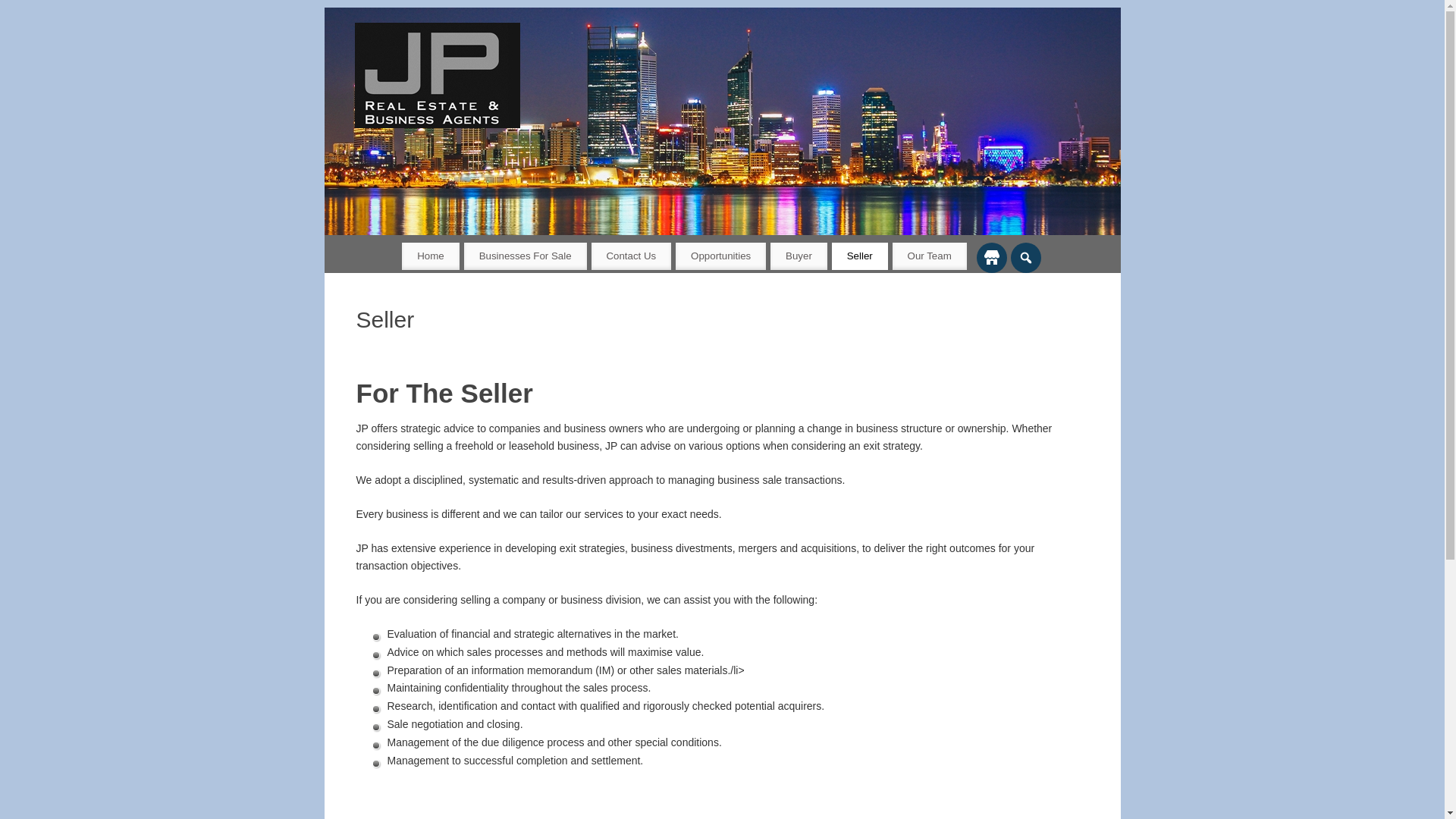  Describe the element at coordinates (859, 256) in the screenshot. I see `'Seller'` at that location.